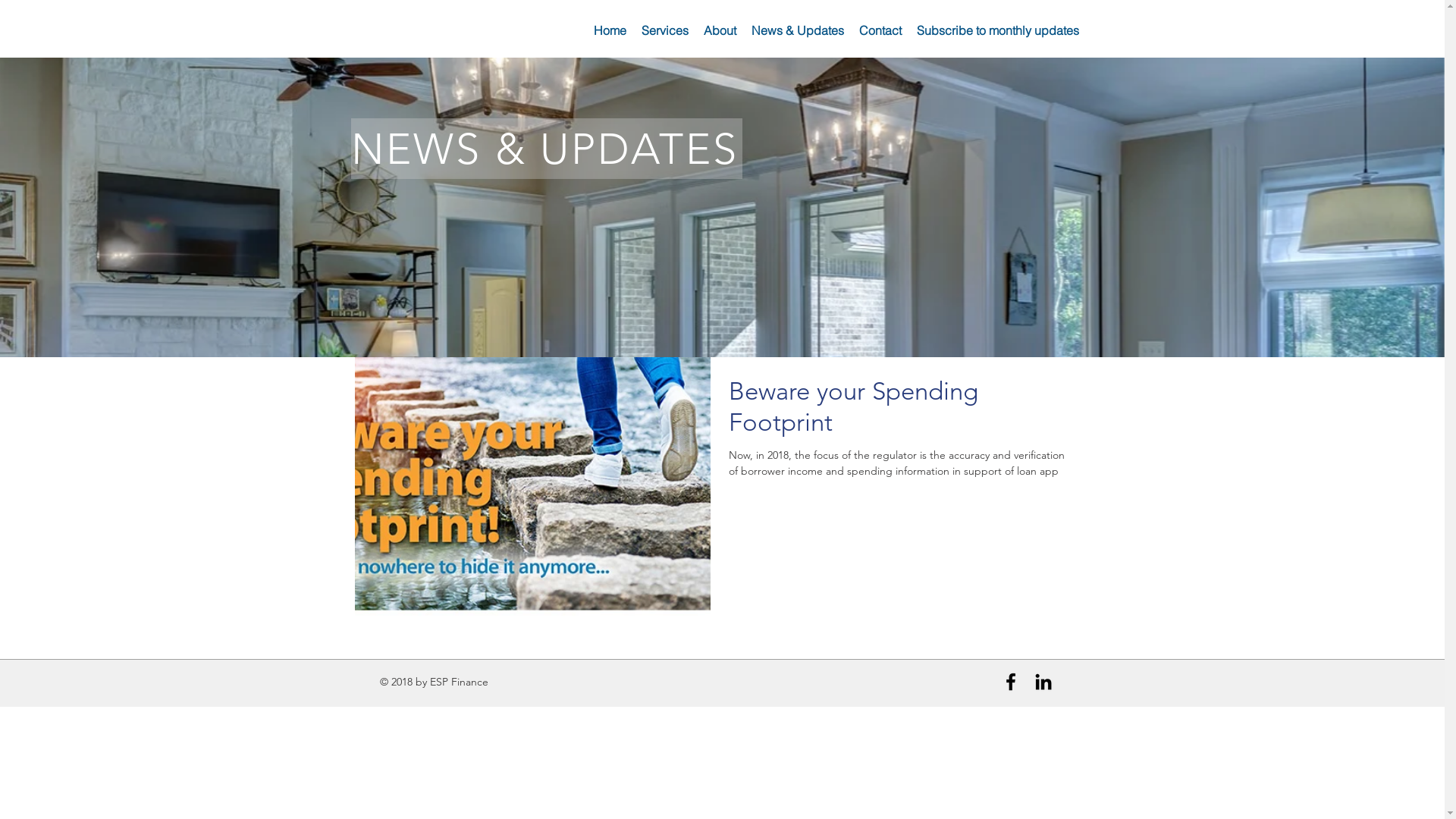 The image size is (1456, 819). Describe the element at coordinates (609, 30) in the screenshot. I see `'Home'` at that location.